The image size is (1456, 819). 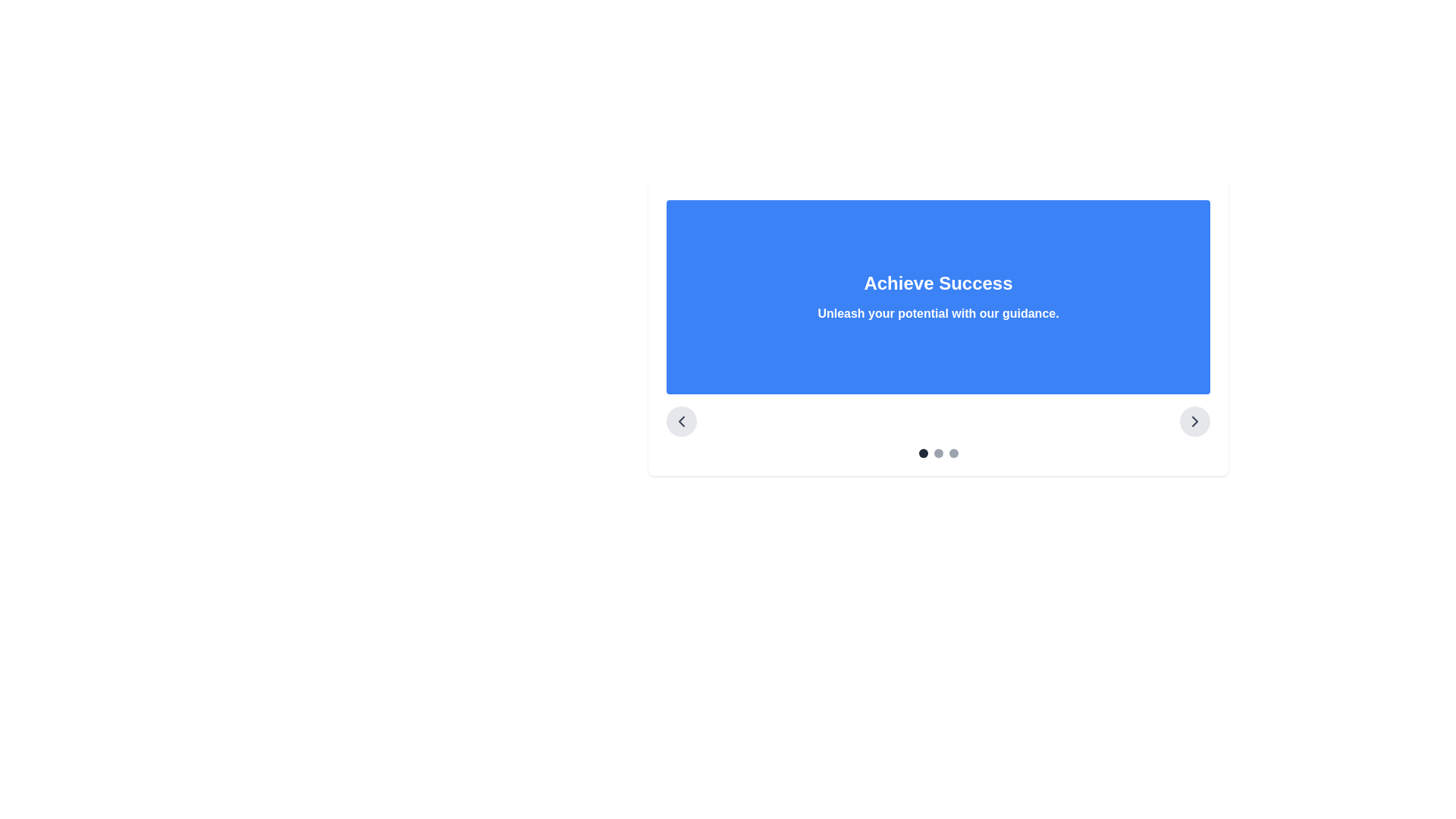 What do you see at coordinates (937, 312) in the screenshot?
I see `the informational or motivational Text Label located directly beneath the 'Achieve Success' heading within a centered rectangular blue area` at bounding box center [937, 312].